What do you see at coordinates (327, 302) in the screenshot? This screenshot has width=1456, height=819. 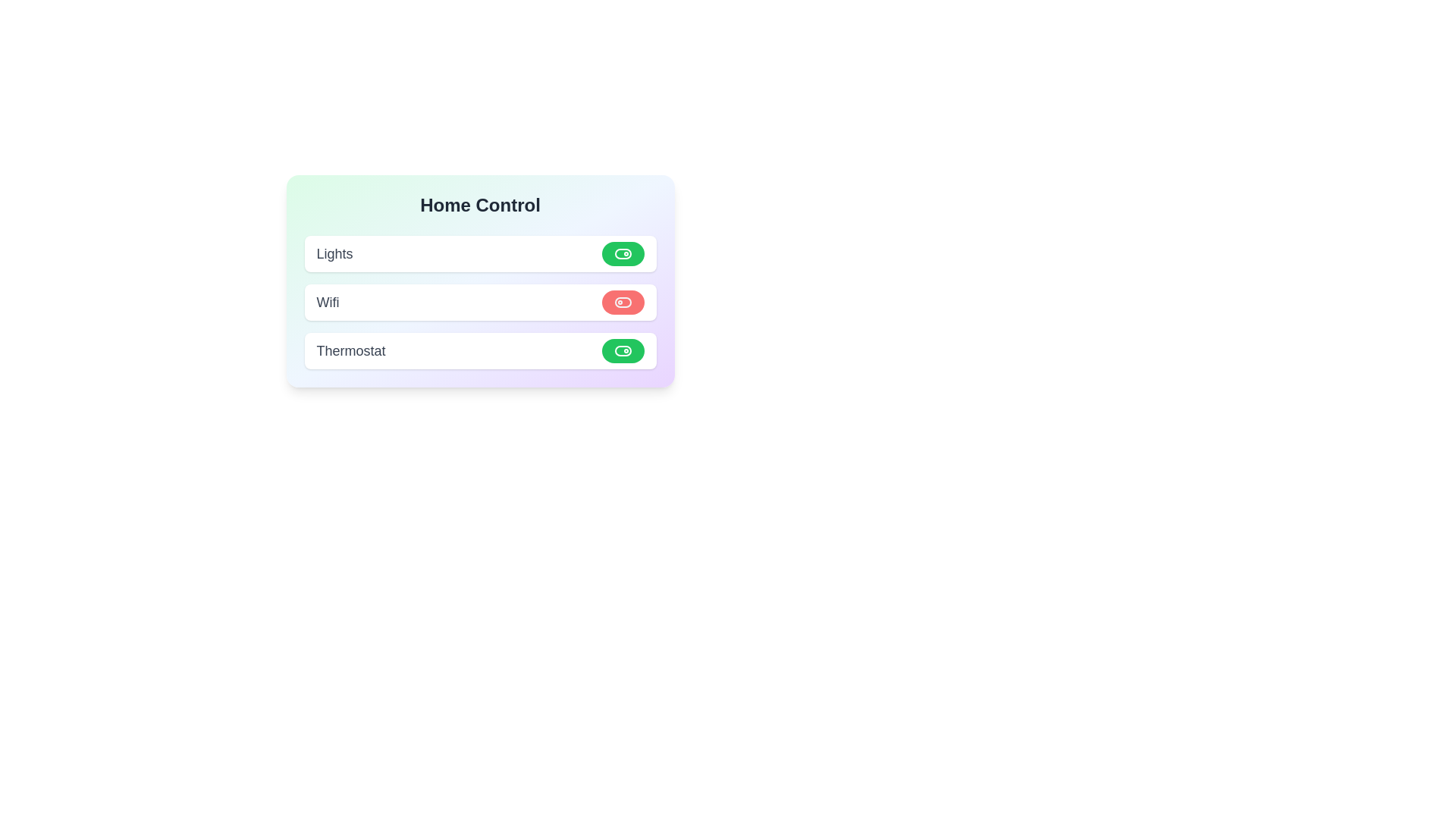 I see `the text label indicating 'wifi' in the second row of the list within a card-style layout` at bounding box center [327, 302].